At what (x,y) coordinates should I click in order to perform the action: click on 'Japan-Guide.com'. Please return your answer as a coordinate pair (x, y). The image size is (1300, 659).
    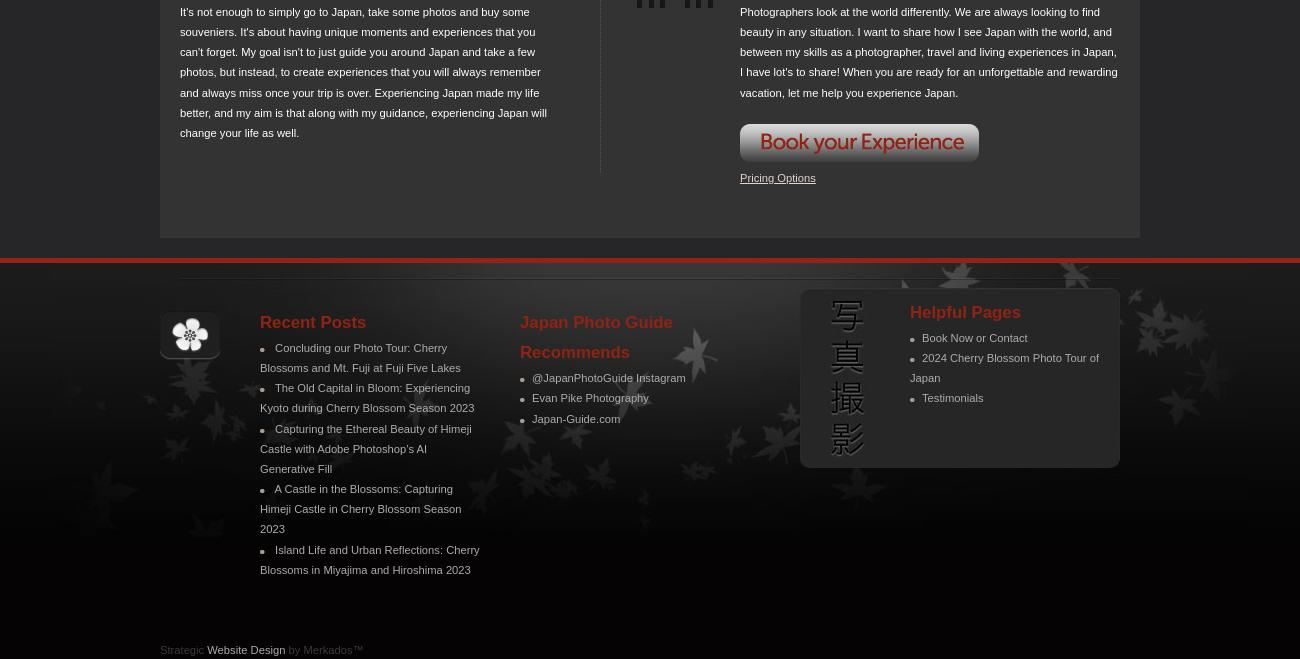
    Looking at the image, I should click on (575, 418).